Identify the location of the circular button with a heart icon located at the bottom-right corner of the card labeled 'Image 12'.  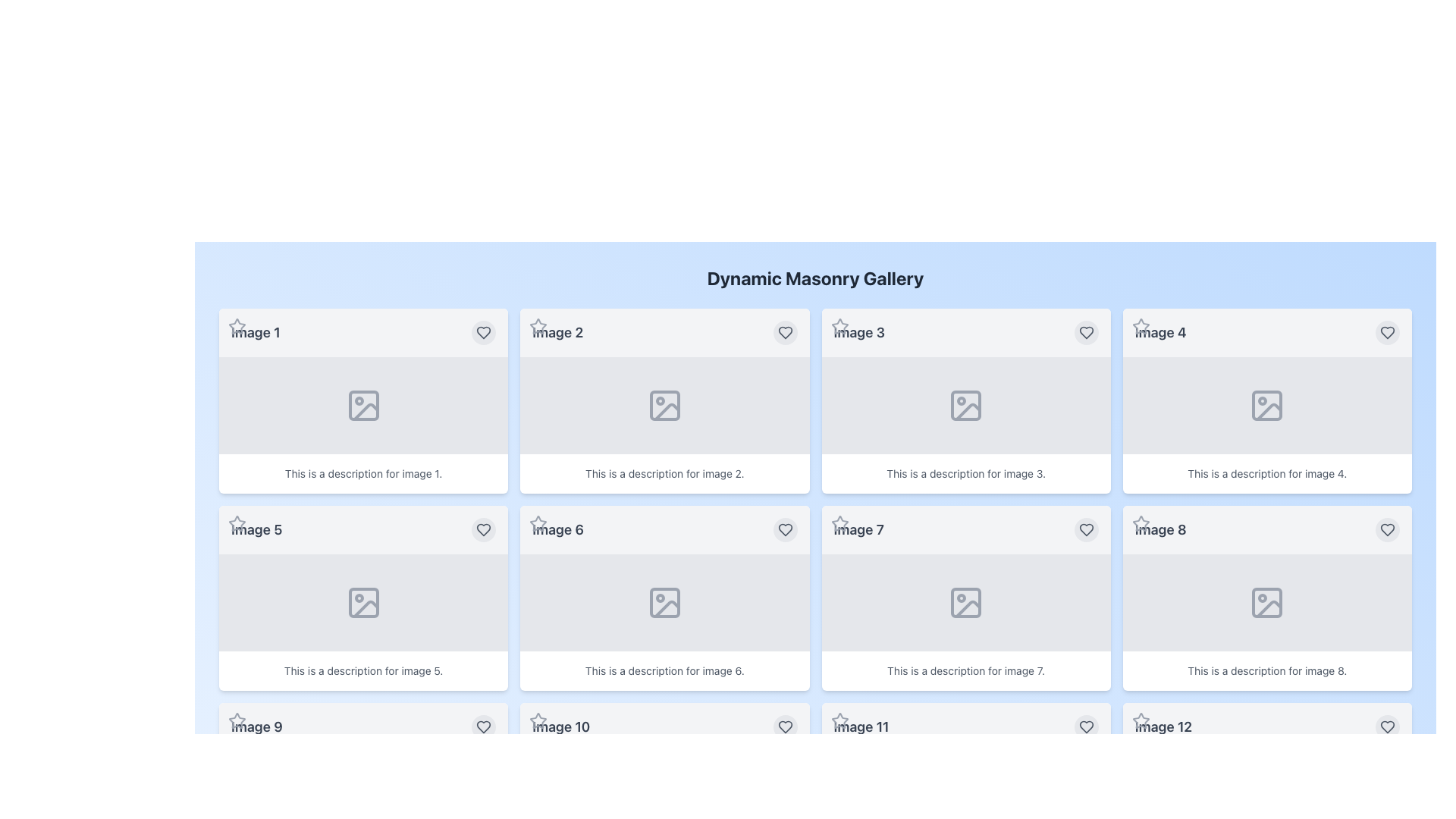
(1387, 726).